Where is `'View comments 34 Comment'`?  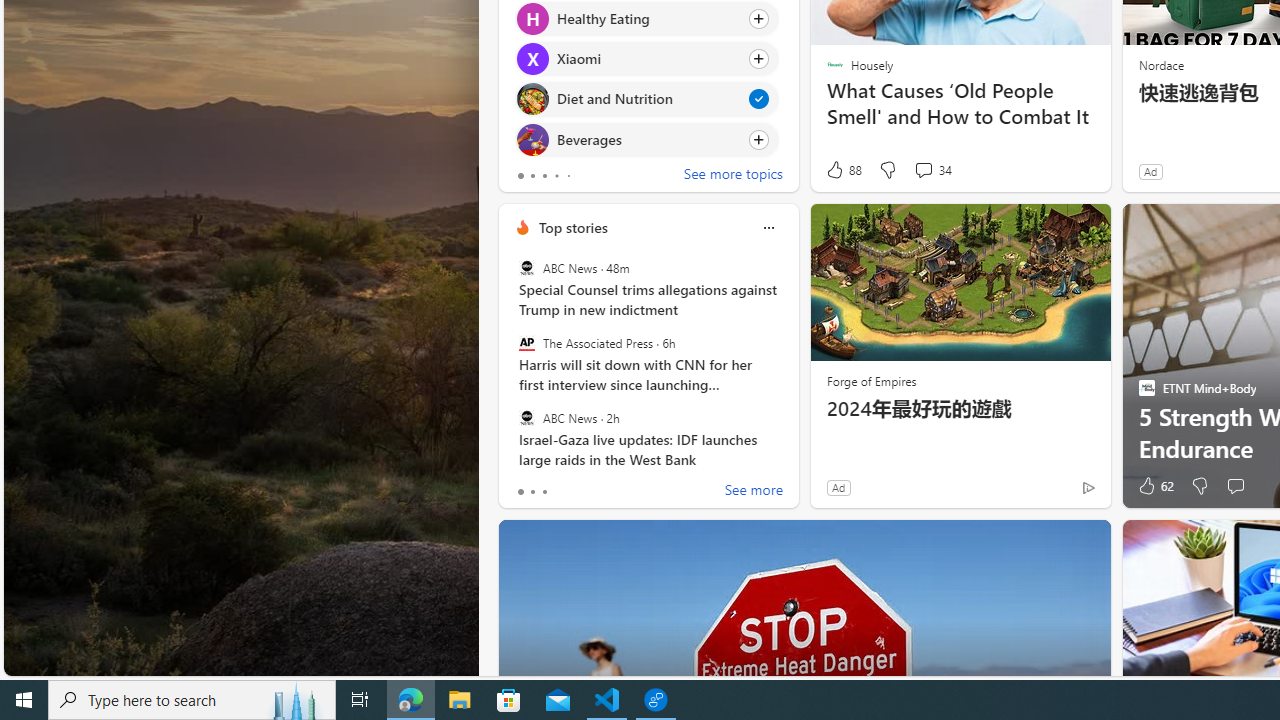
'View comments 34 Comment' is located at coordinates (922, 168).